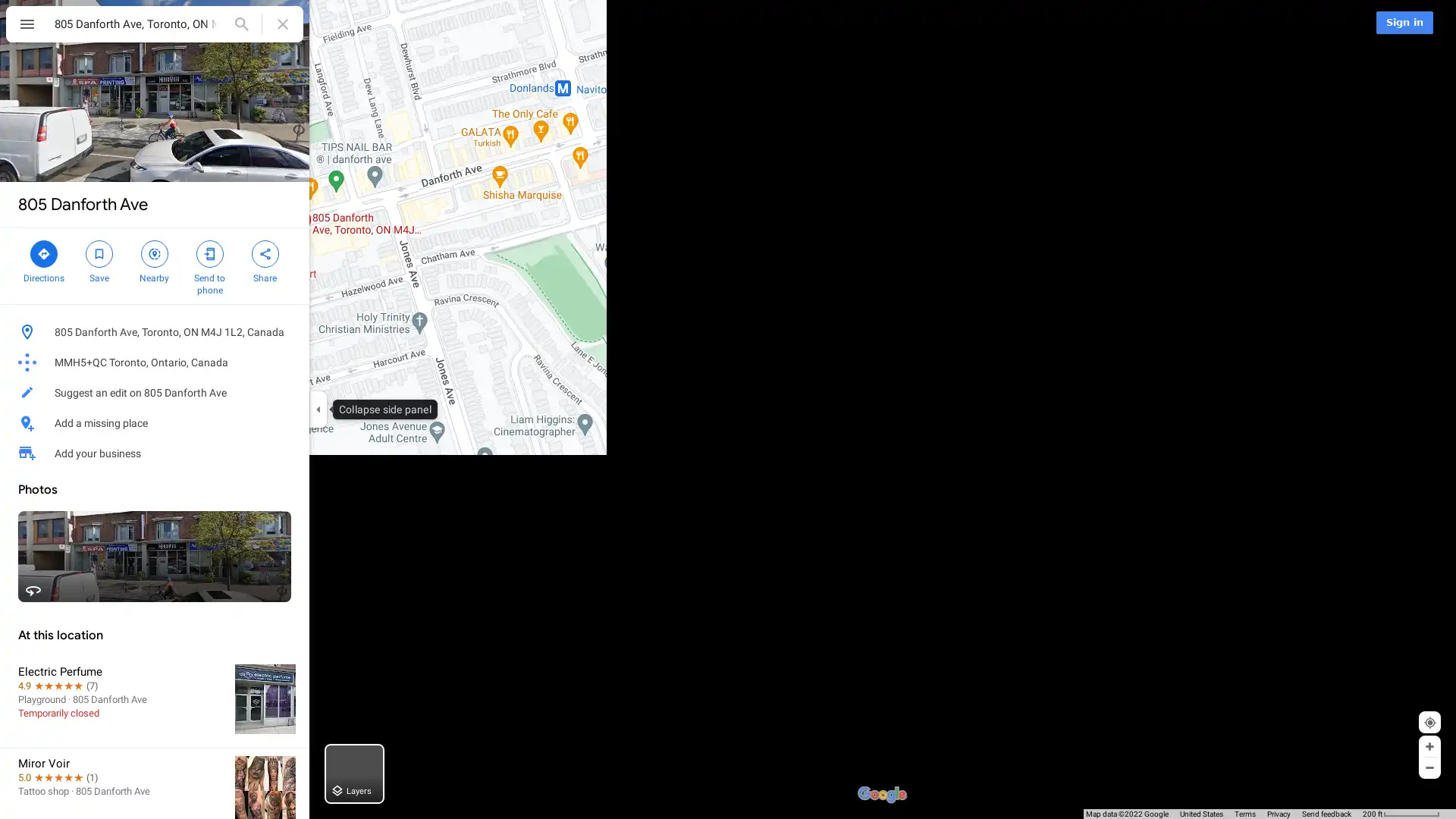 This screenshot has height=819, width=1456. What do you see at coordinates (27, 26) in the screenshot?
I see `Menu` at bounding box center [27, 26].